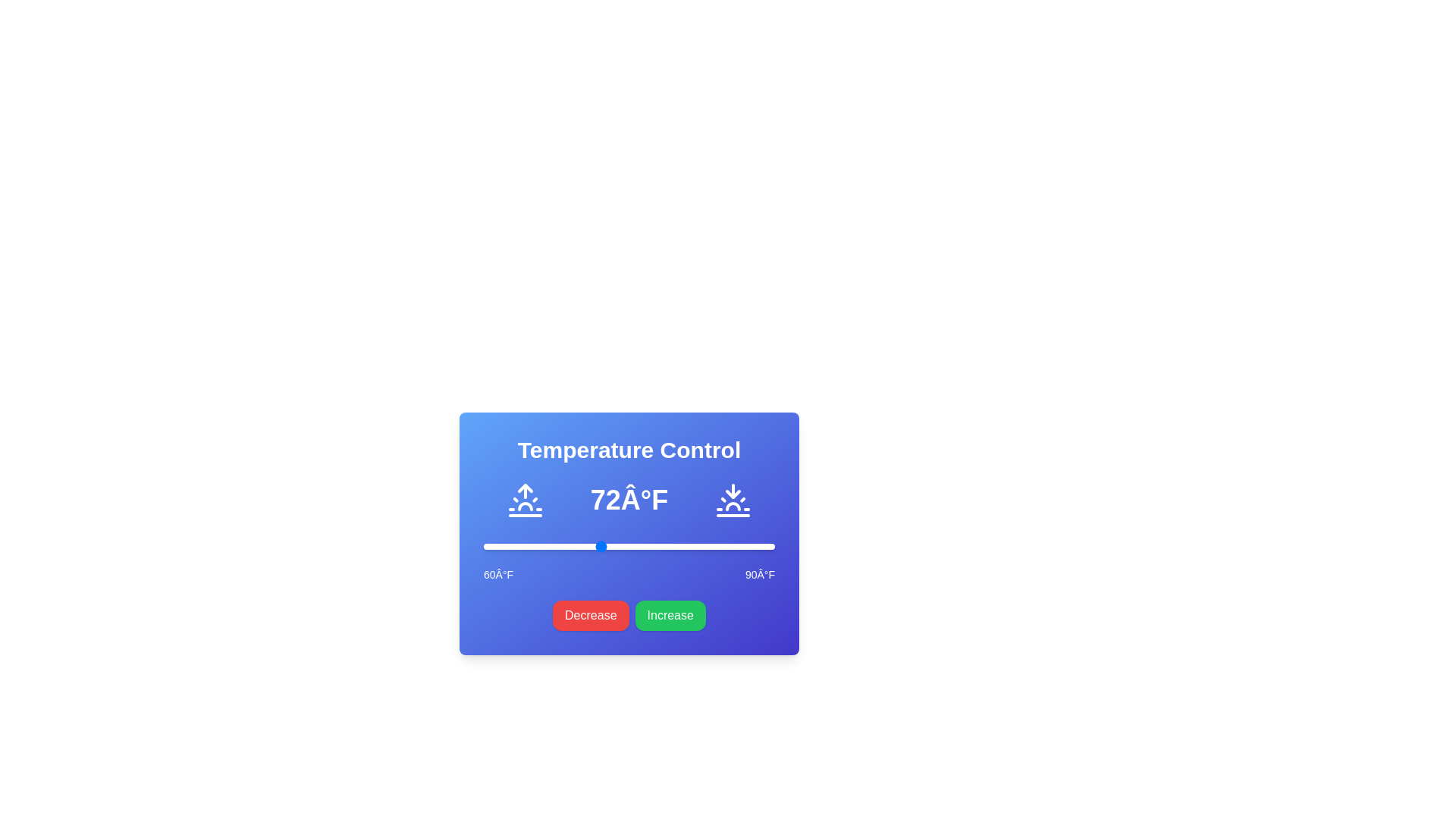 The image size is (1456, 819). I want to click on the temperature to 68°F using the slider, so click(560, 547).